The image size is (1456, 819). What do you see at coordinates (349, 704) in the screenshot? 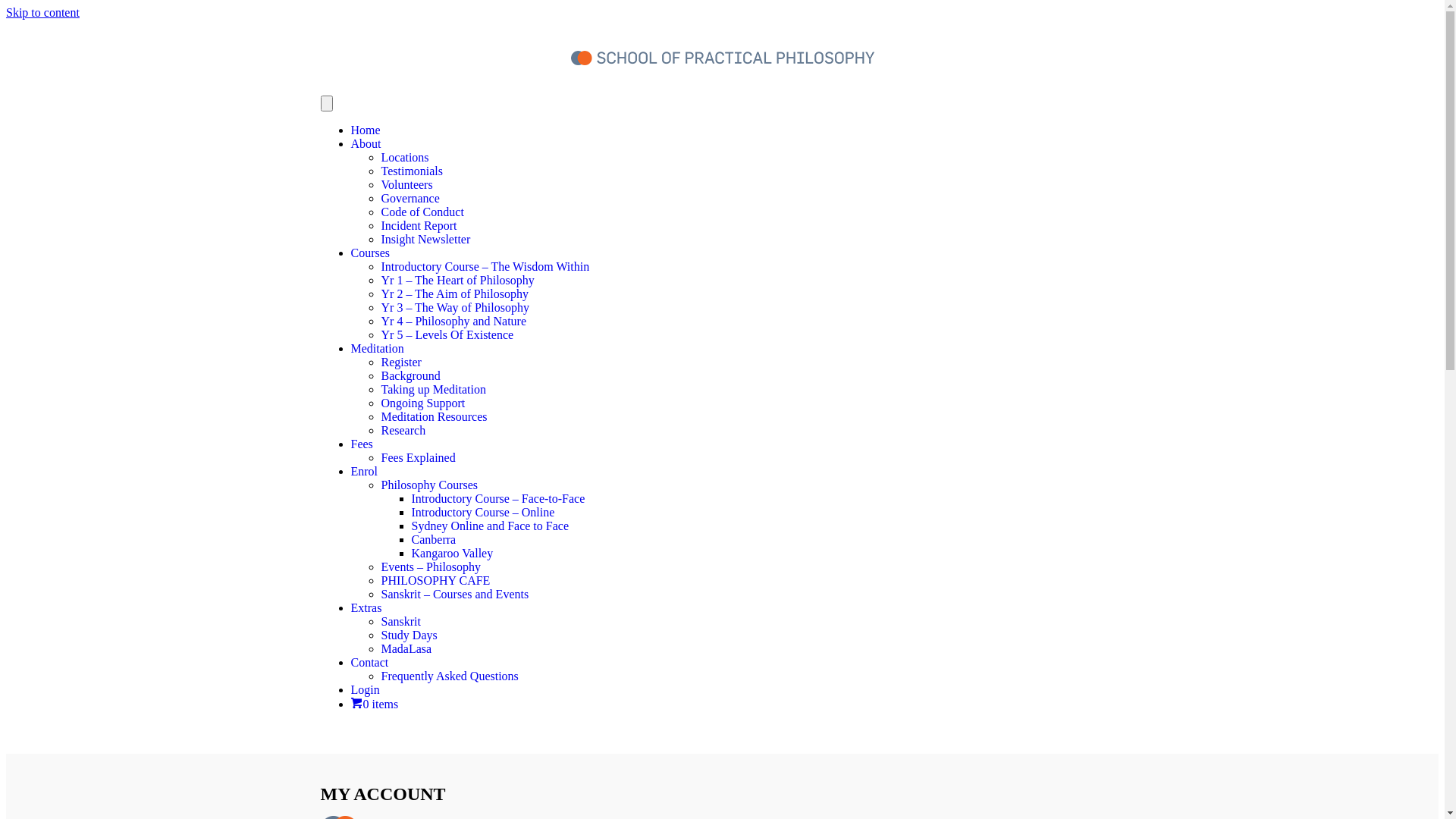
I see `'0 items'` at bounding box center [349, 704].